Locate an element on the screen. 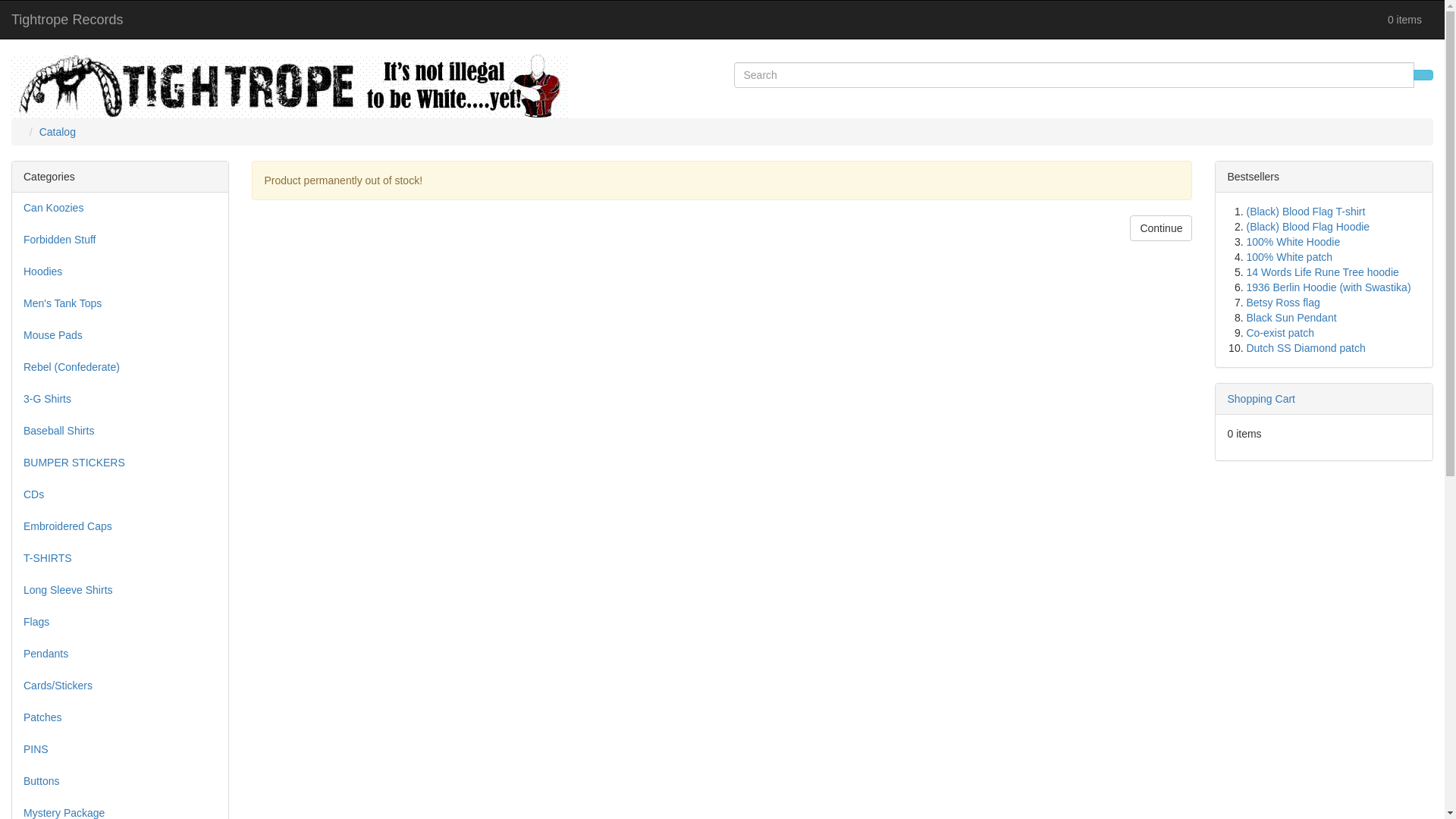  'Continue' is located at coordinates (1160, 227).